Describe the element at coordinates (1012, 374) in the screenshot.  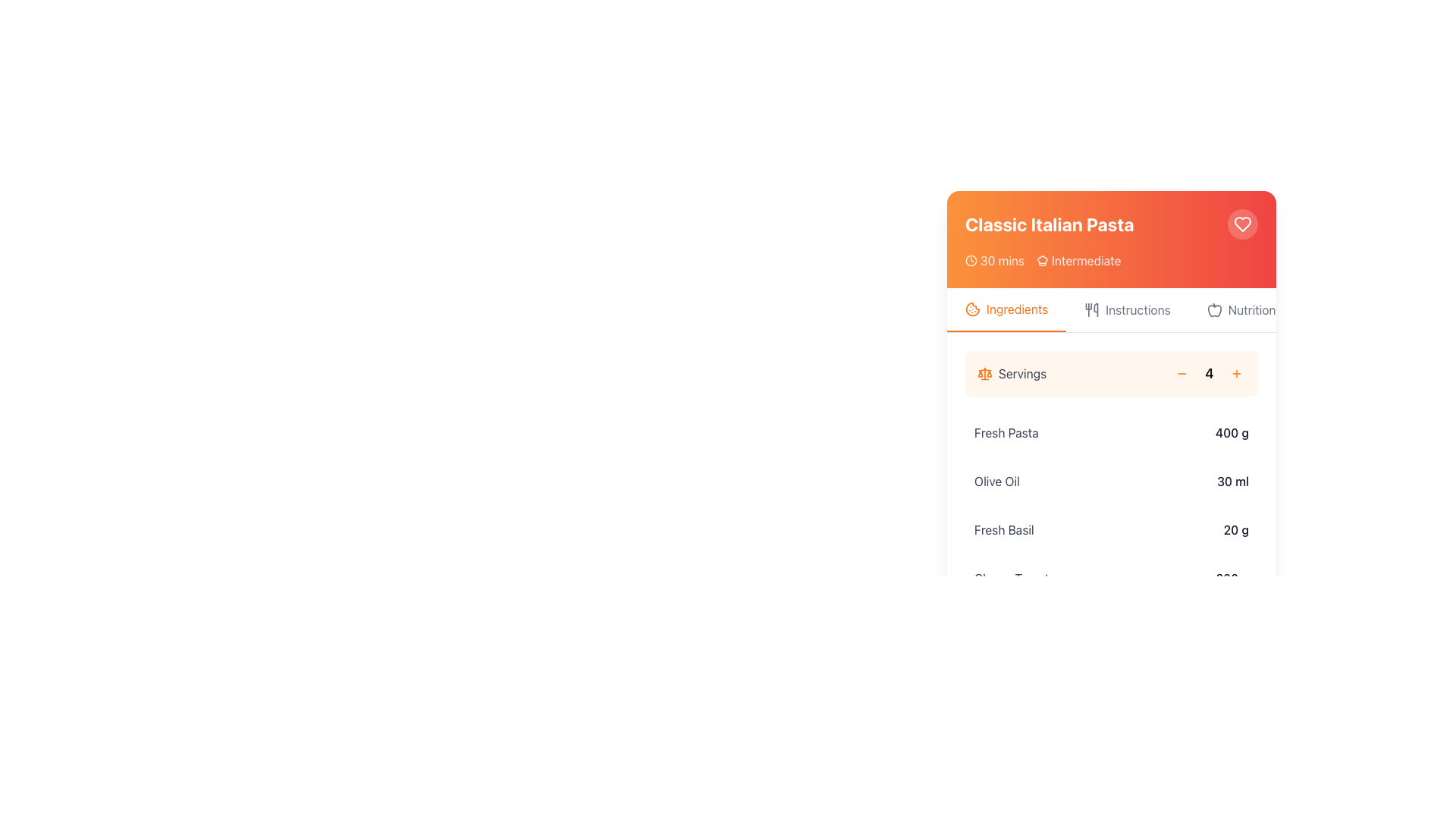
I see `the servings-related label with an icon` at that location.